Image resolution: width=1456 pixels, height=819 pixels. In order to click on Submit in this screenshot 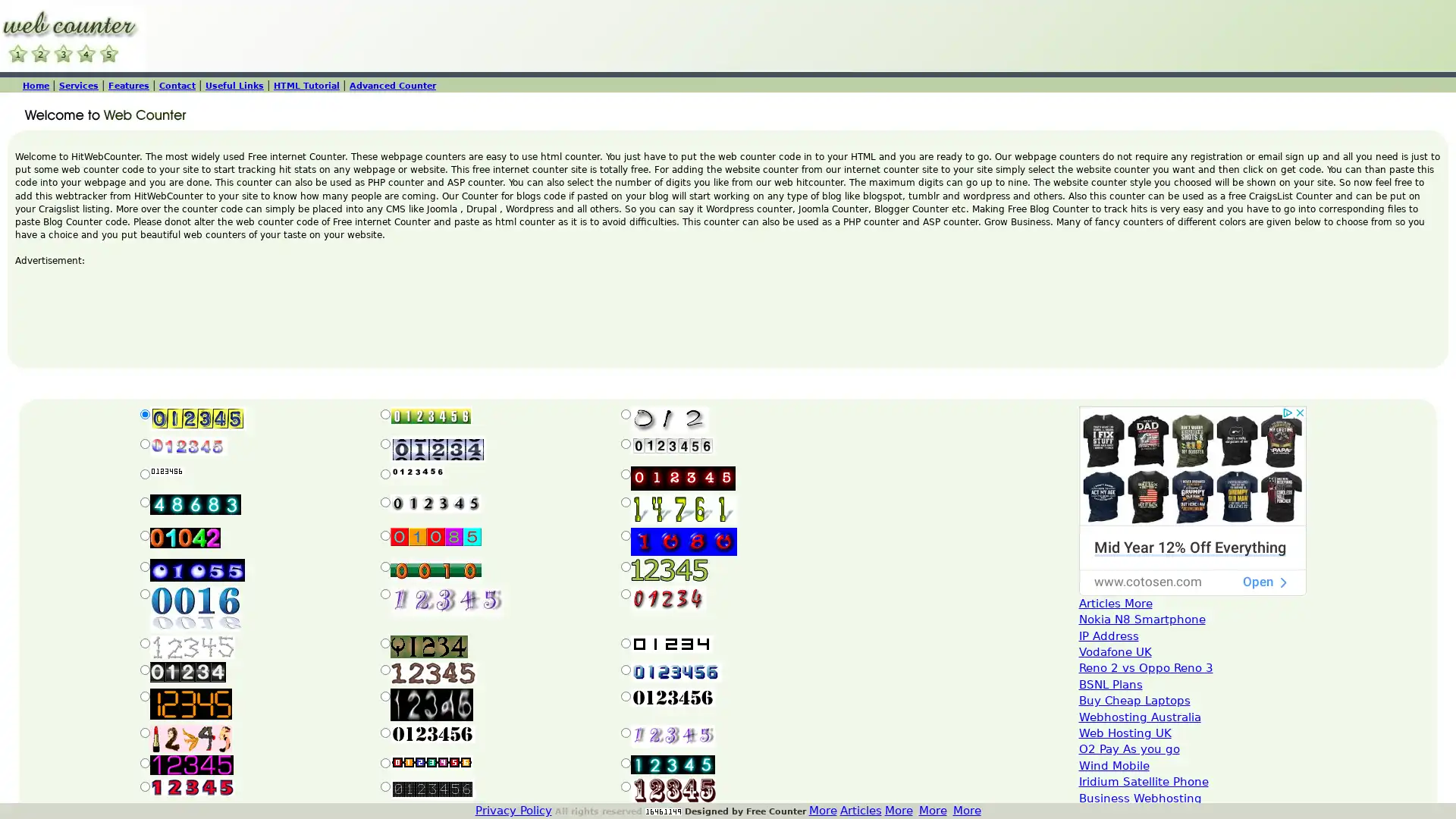, I will do `click(435, 503)`.